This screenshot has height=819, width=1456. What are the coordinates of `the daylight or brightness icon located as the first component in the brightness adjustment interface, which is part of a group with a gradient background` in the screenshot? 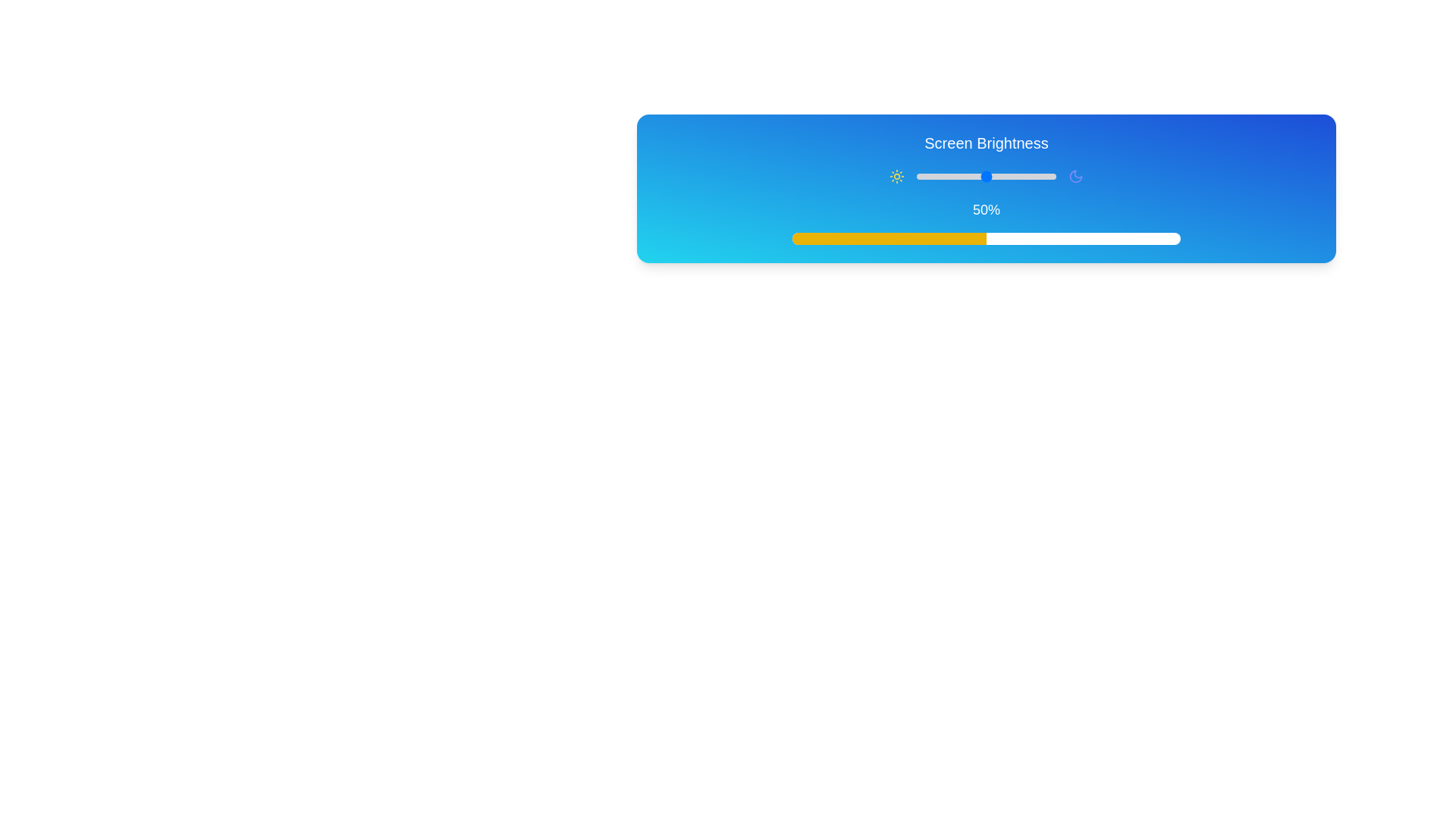 It's located at (897, 175).